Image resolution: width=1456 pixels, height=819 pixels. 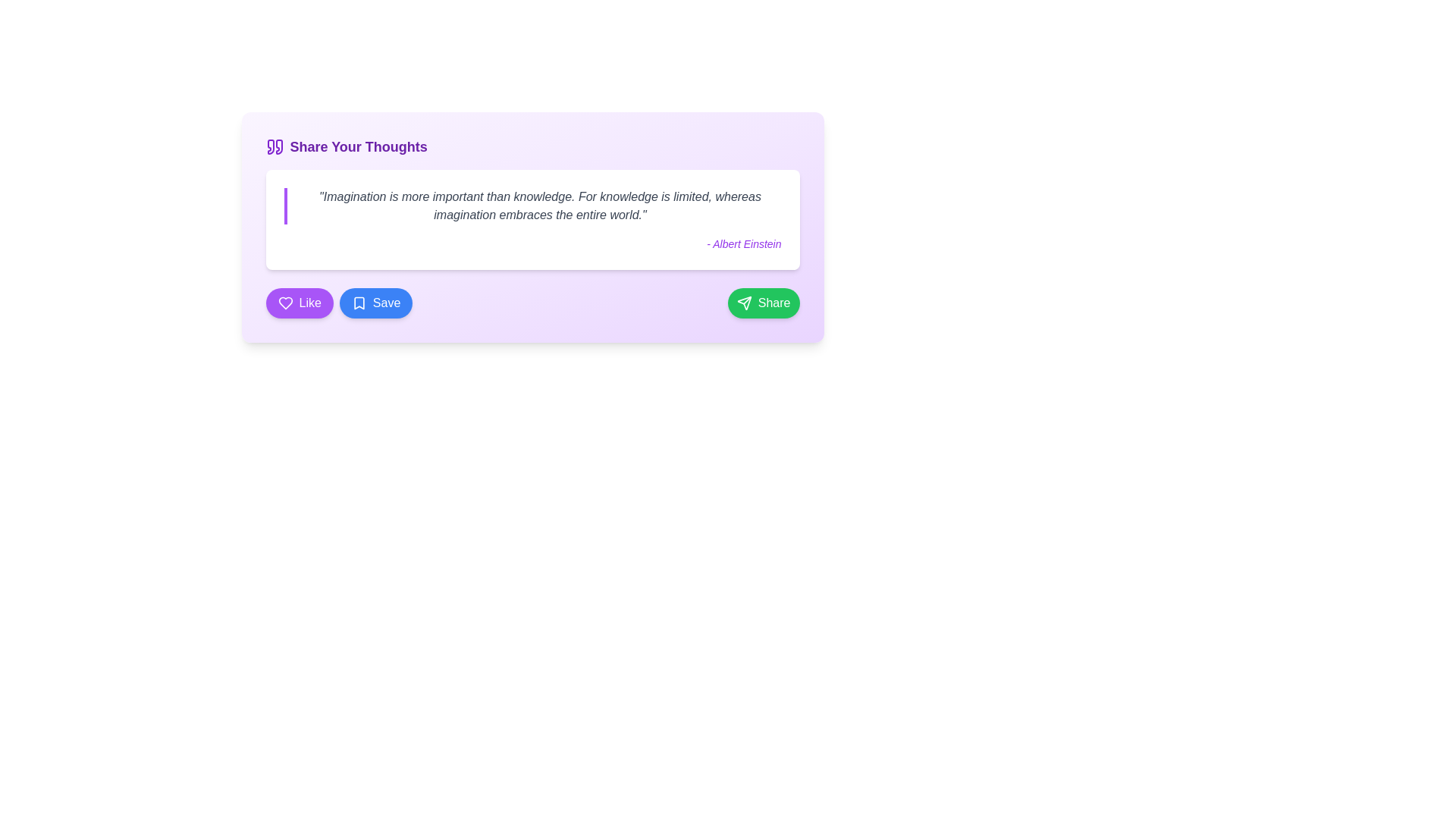 I want to click on the bookmark icon located to the left of the 'Save' text within the 'Save' button, so click(x=358, y=303).